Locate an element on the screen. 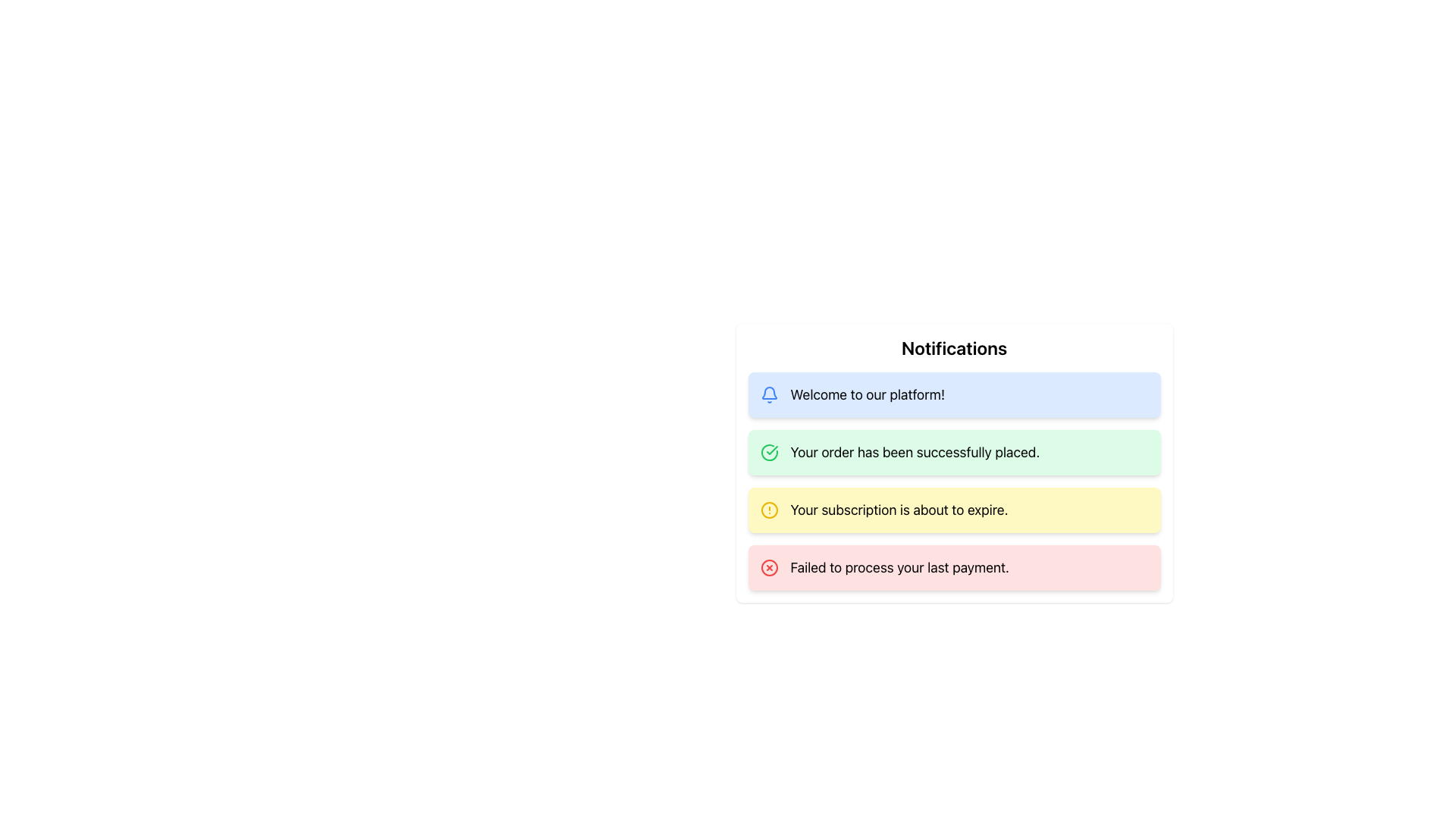  message displayed in the text label that says 'Failed to process your last payment.' which is centrally positioned in a red-tinted notification box is located at coordinates (899, 567).